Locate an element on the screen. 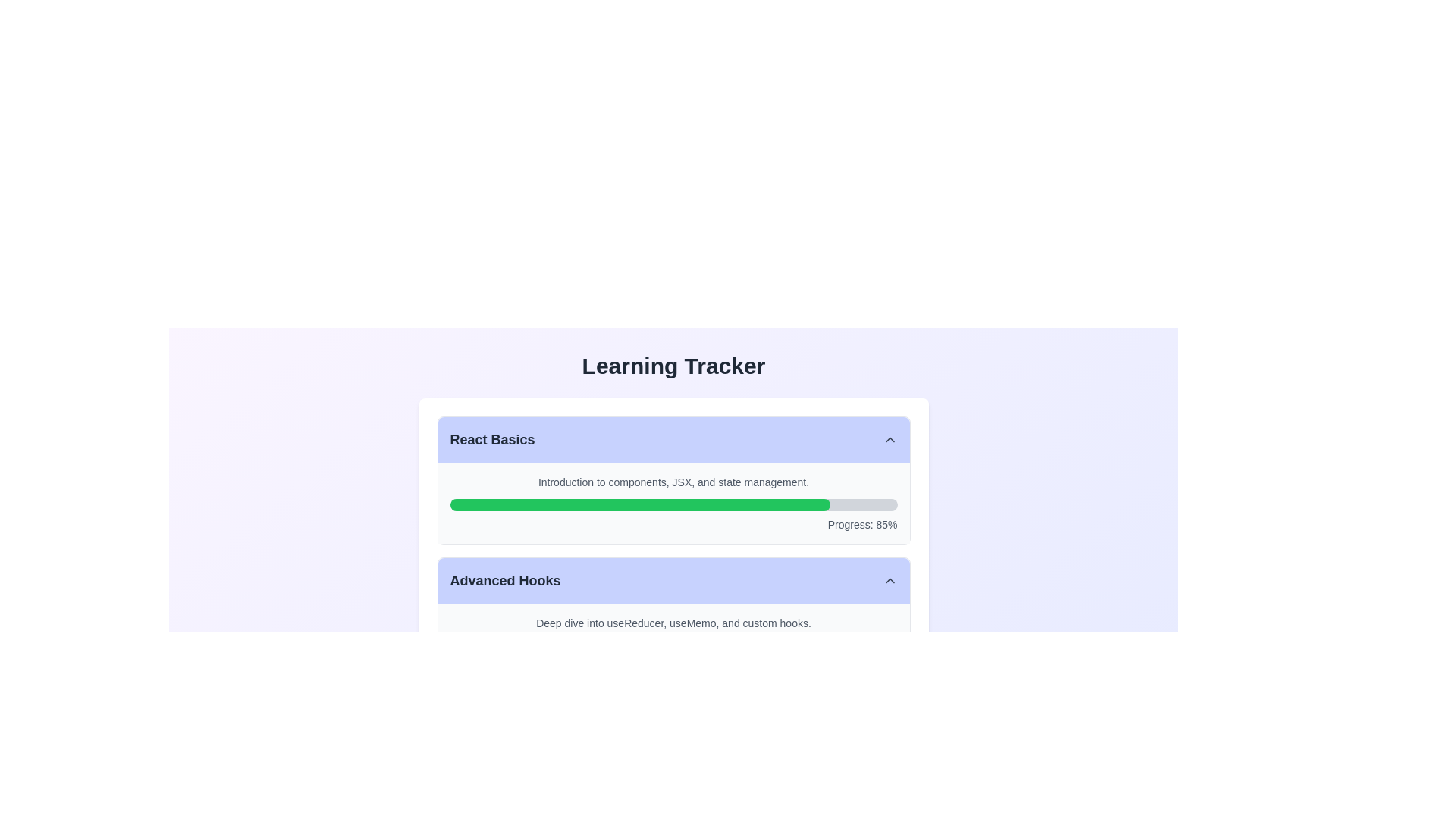 This screenshot has height=819, width=1456. the progress represented by the sleek, rectangular progress bar with rounded ends, located under the text 'Overview of CSS-in-JS, Tailwind, and styled-components.' and above 'Progress: 40%.' is located at coordinates (673, 786).